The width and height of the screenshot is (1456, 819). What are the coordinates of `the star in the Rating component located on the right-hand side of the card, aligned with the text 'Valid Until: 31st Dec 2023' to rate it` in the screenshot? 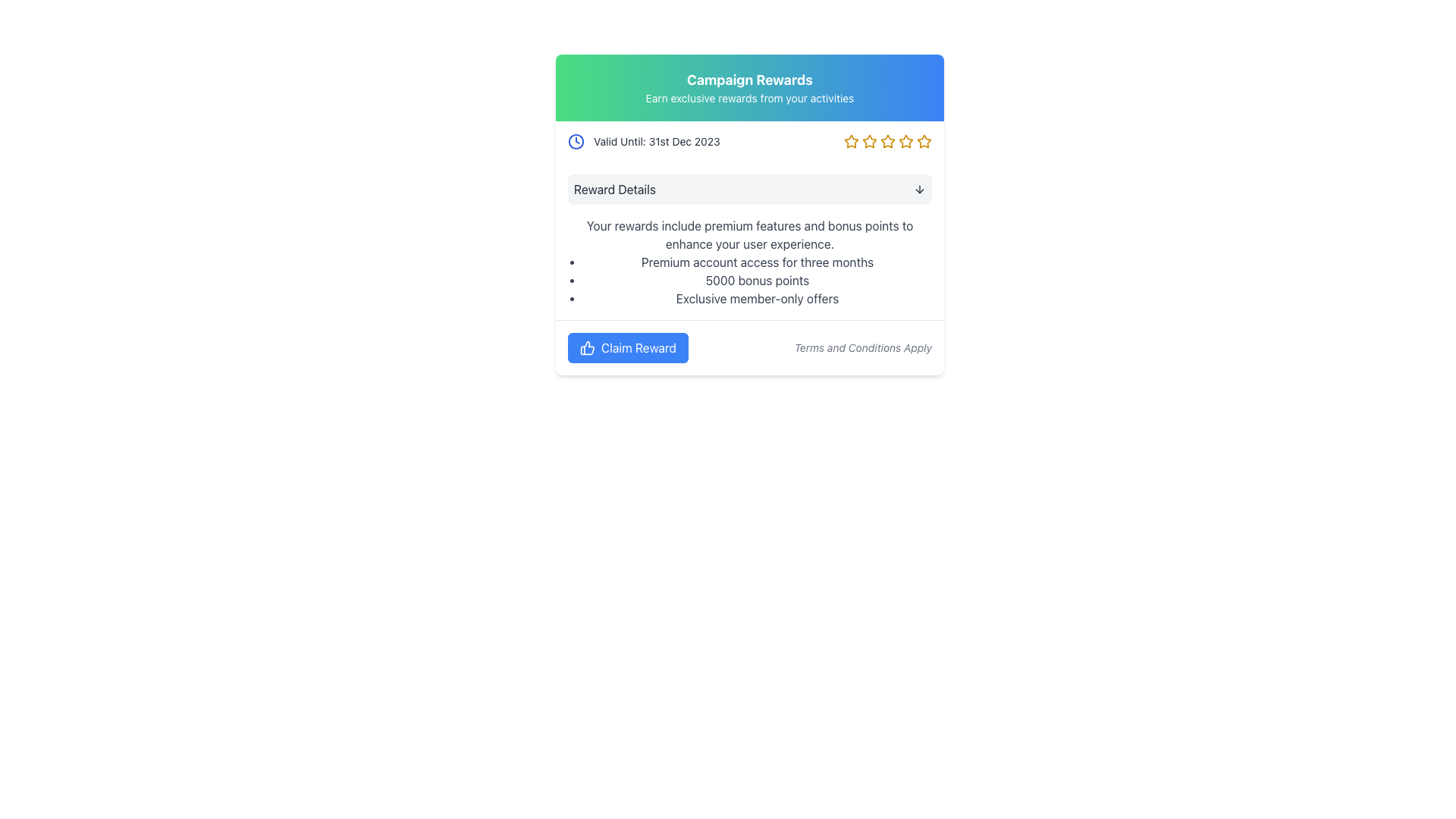 It's located at (888, 141).